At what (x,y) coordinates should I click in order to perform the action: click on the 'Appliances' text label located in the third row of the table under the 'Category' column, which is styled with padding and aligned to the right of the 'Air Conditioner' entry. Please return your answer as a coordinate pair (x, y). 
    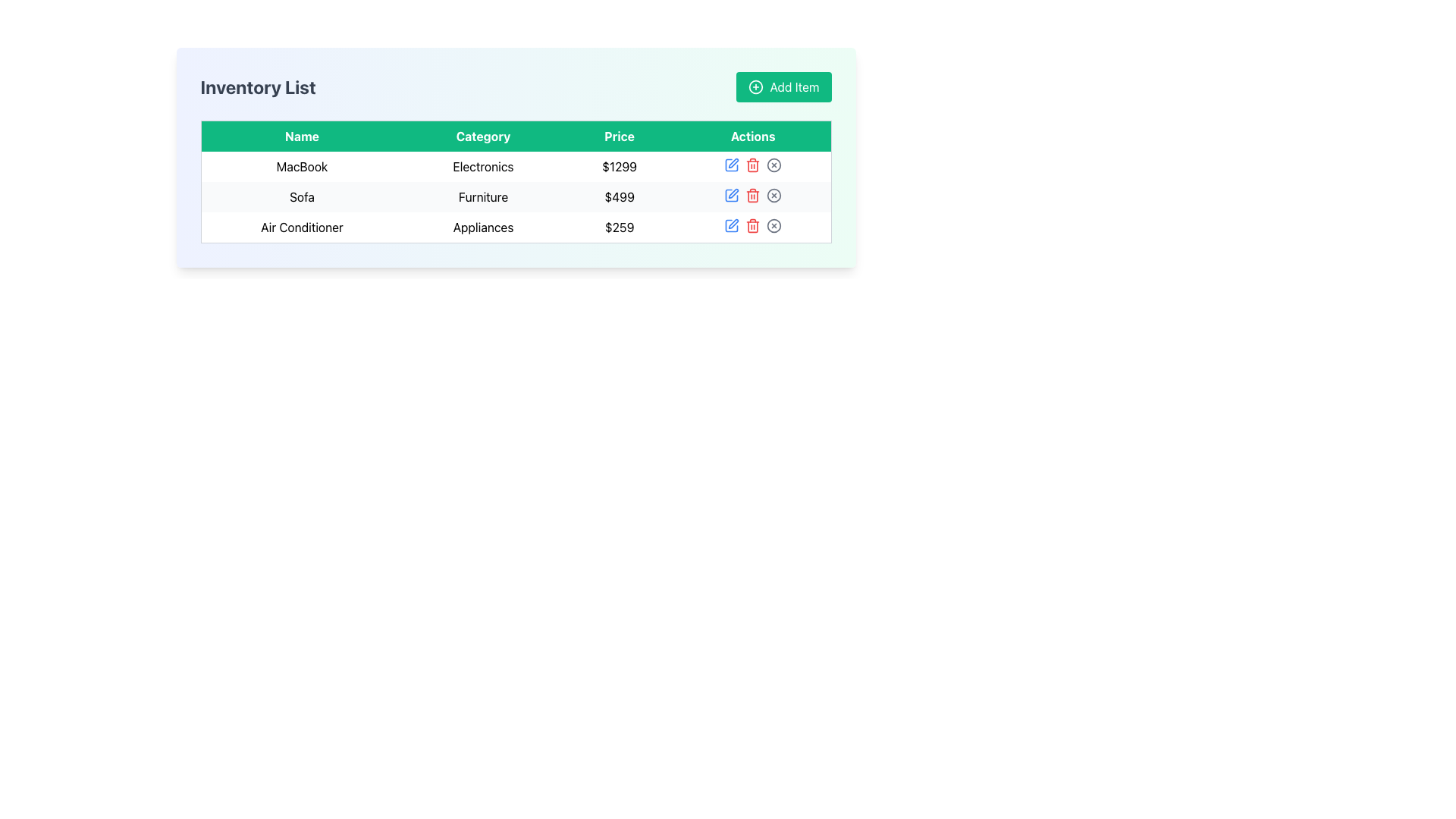
    Looking at the image, I should click on (482, 227).